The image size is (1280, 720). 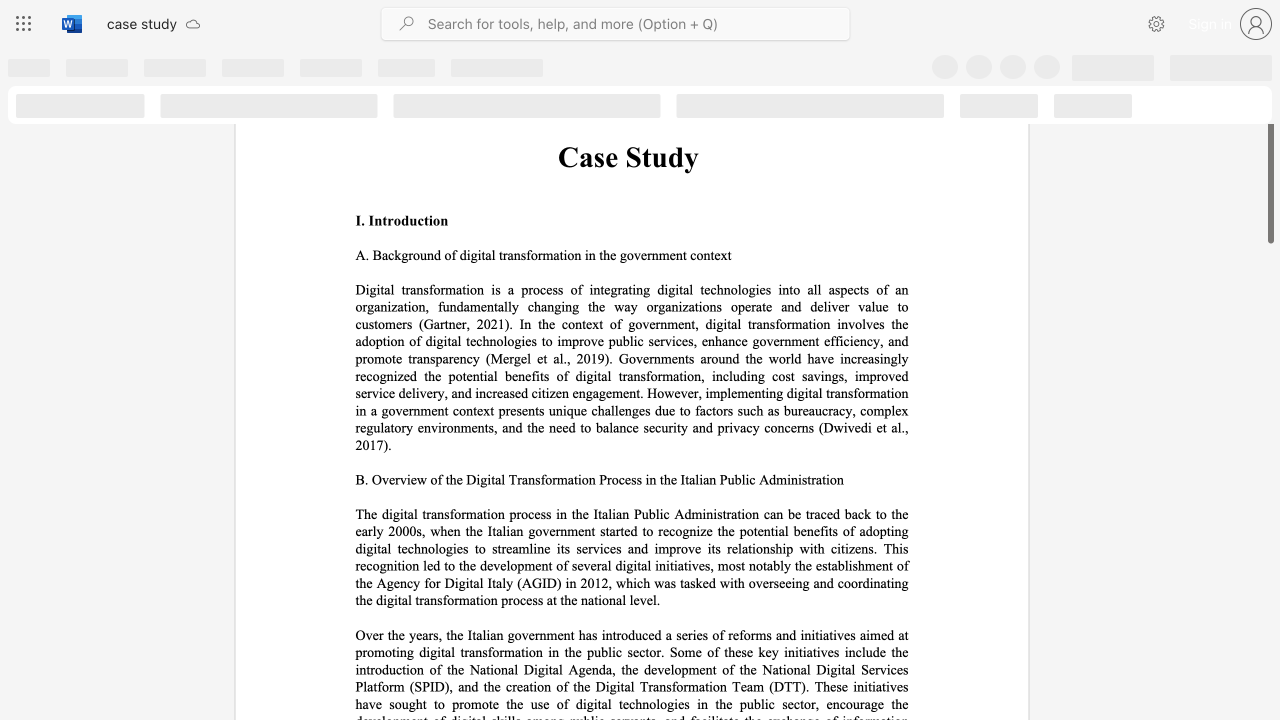 What do you see at coordinates (1269, 151) in the screenshot?
I see `the scrollbar and move up 10 pixels` at bounding box center [1269, 151].